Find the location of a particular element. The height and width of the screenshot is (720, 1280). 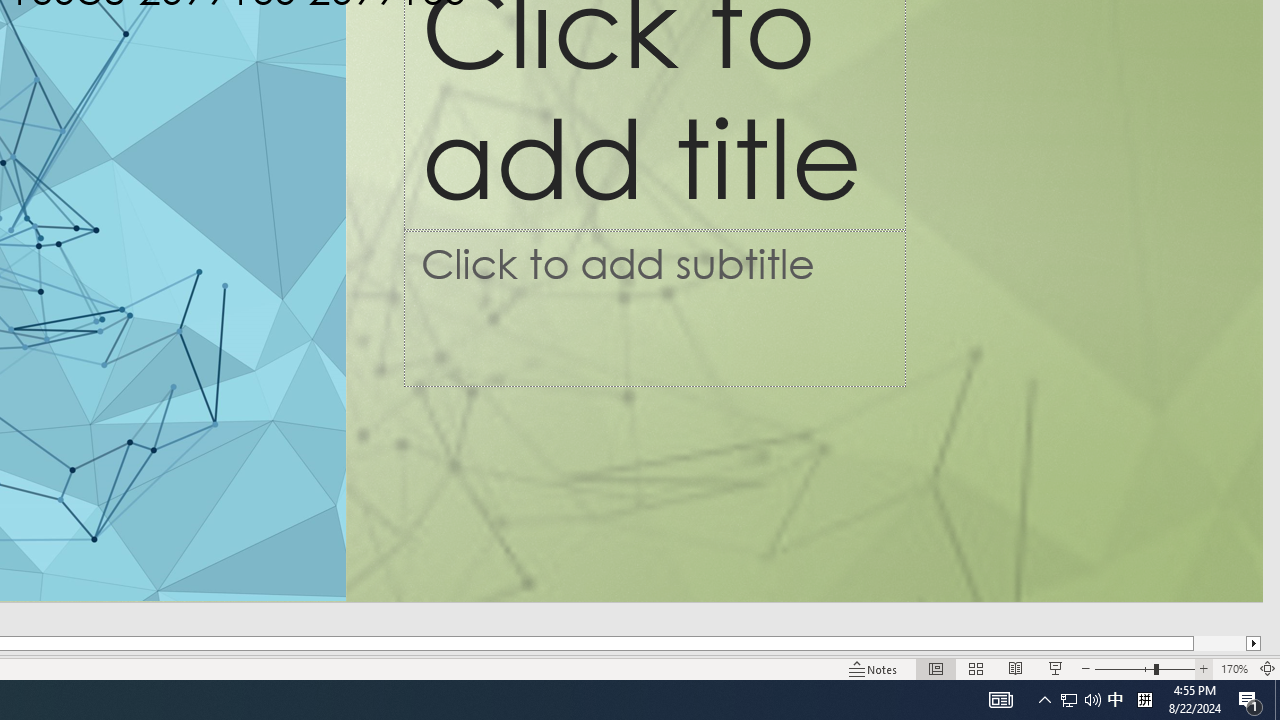

'Reading View' is located at coordinates (1015, 669).